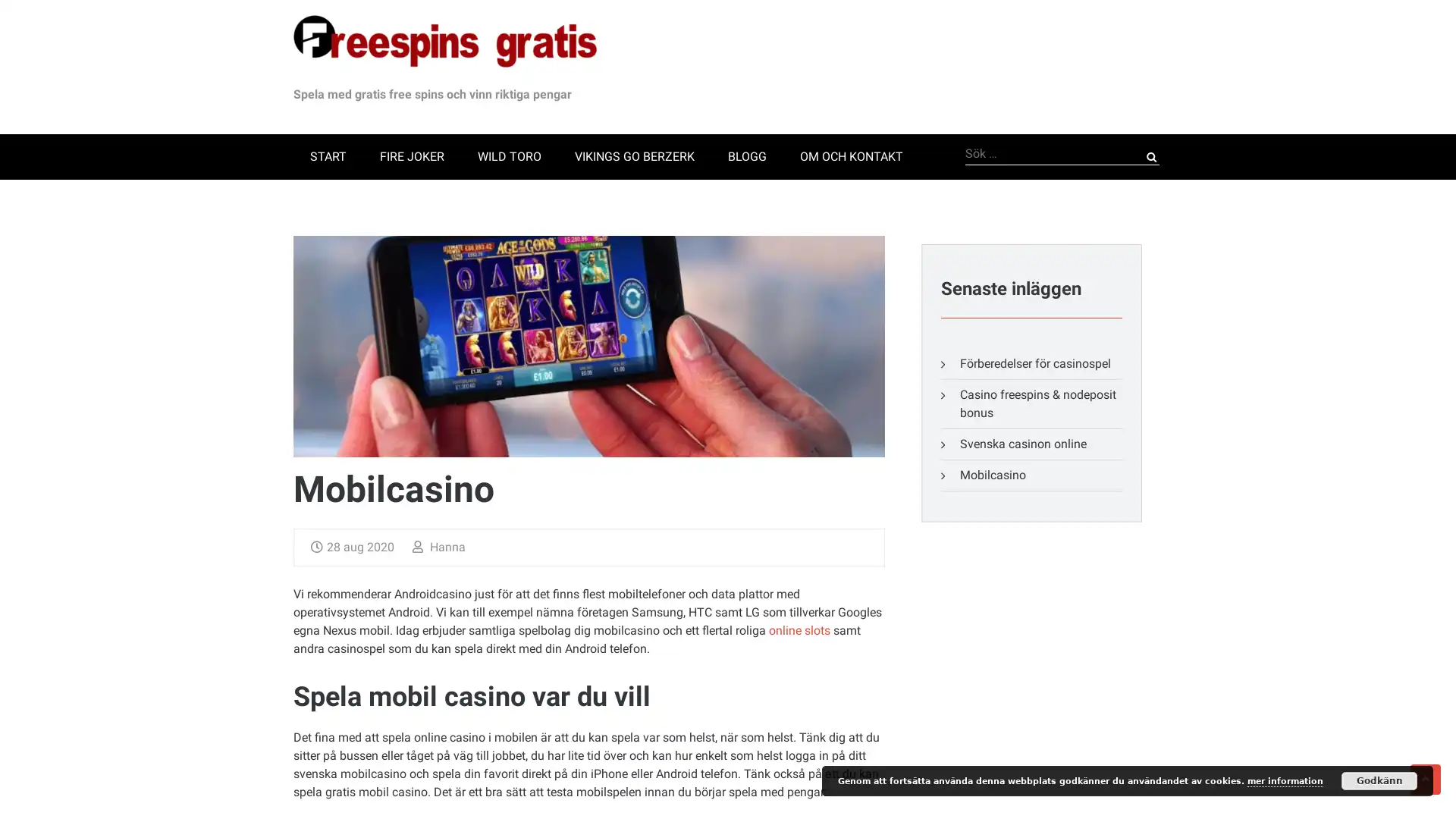  I want to click on Godkann, so click(1379, 780).